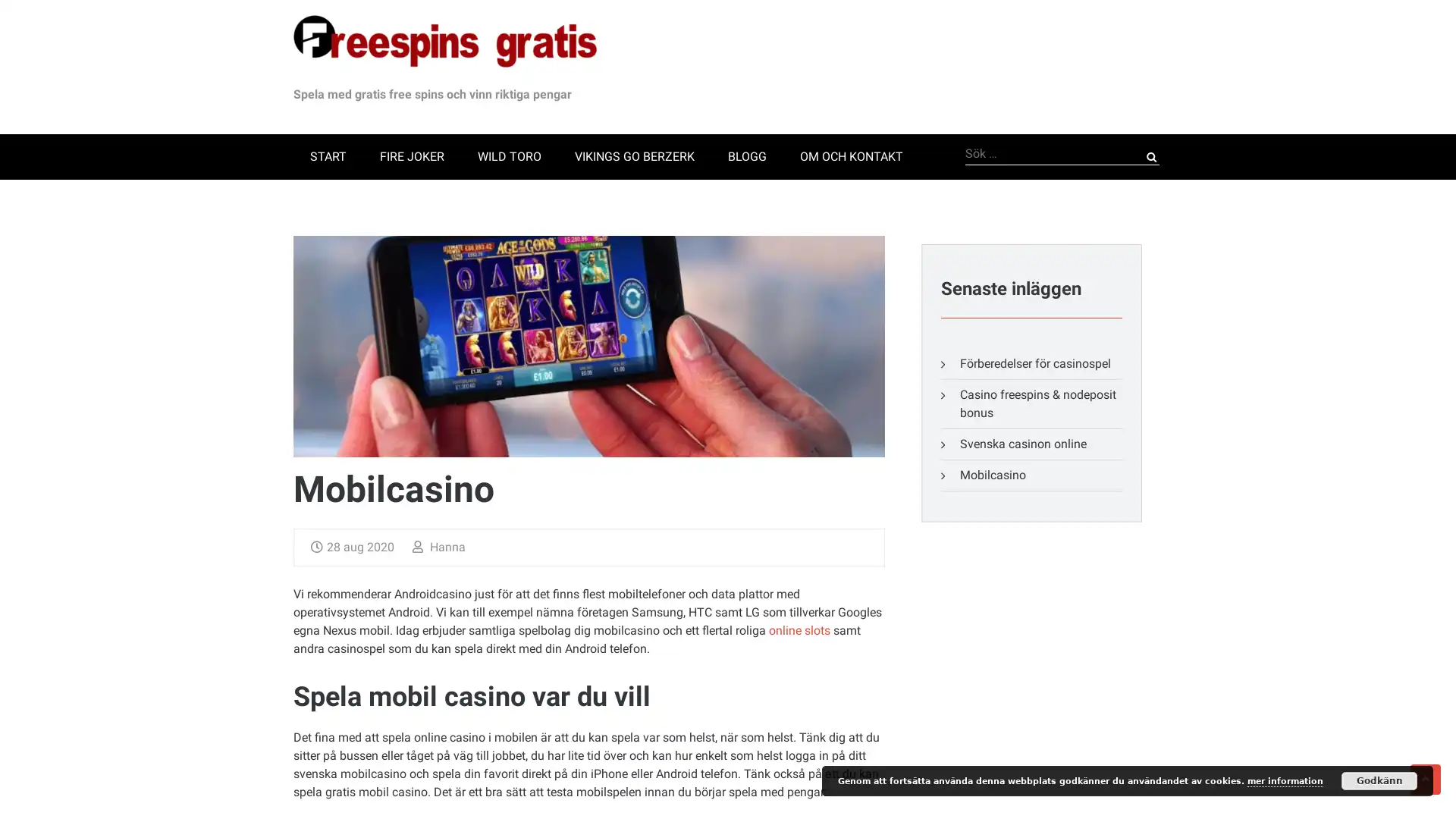  I want to click on Godkann, so click(1379, 780).